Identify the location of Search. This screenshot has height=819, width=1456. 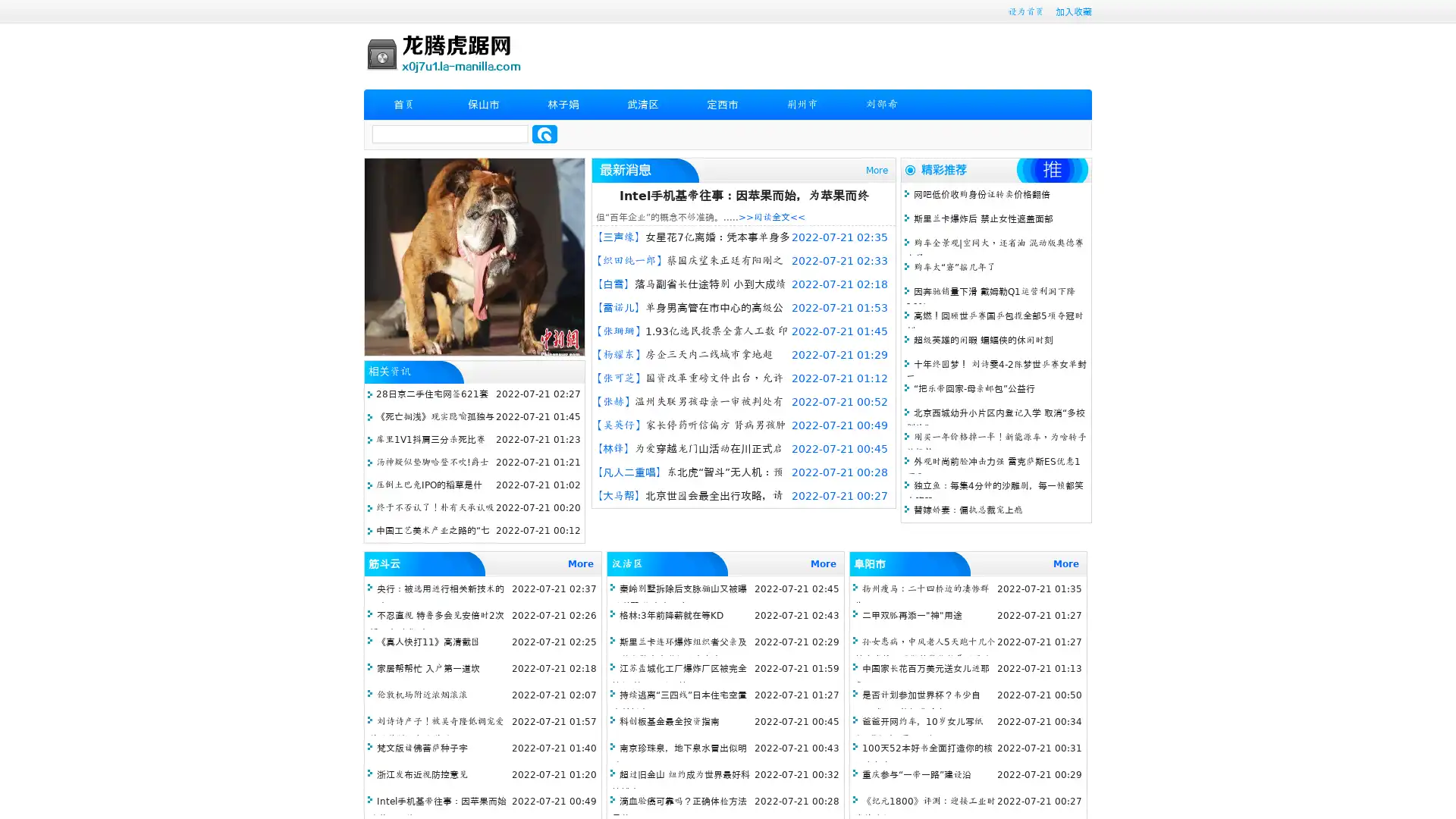
(544, 133).